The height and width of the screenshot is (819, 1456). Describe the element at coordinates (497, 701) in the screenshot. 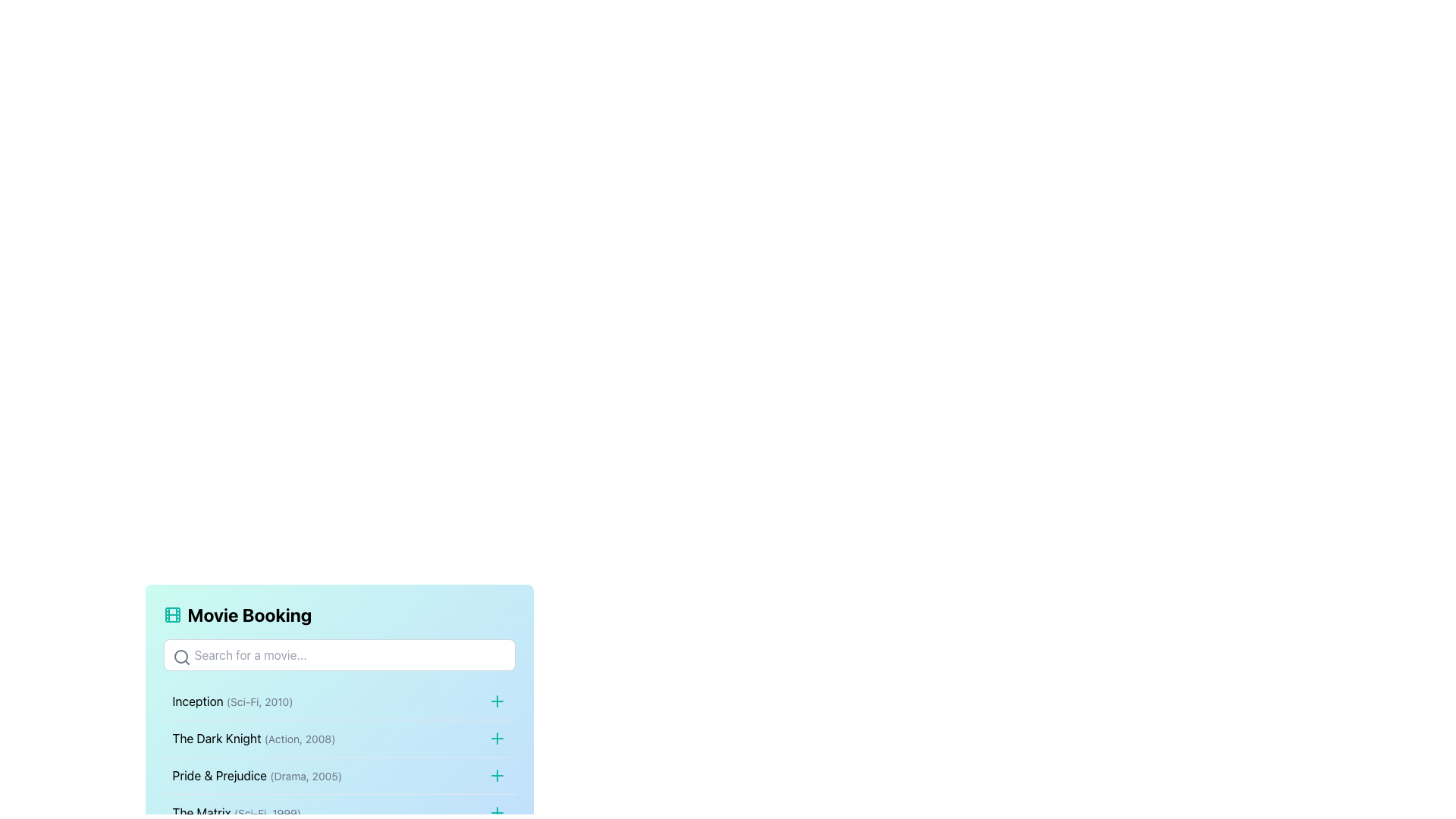

I see `the small teal-colored plus icon button located at the far-right of the row for the movie 'Inception' in the movie list interface` at that location.